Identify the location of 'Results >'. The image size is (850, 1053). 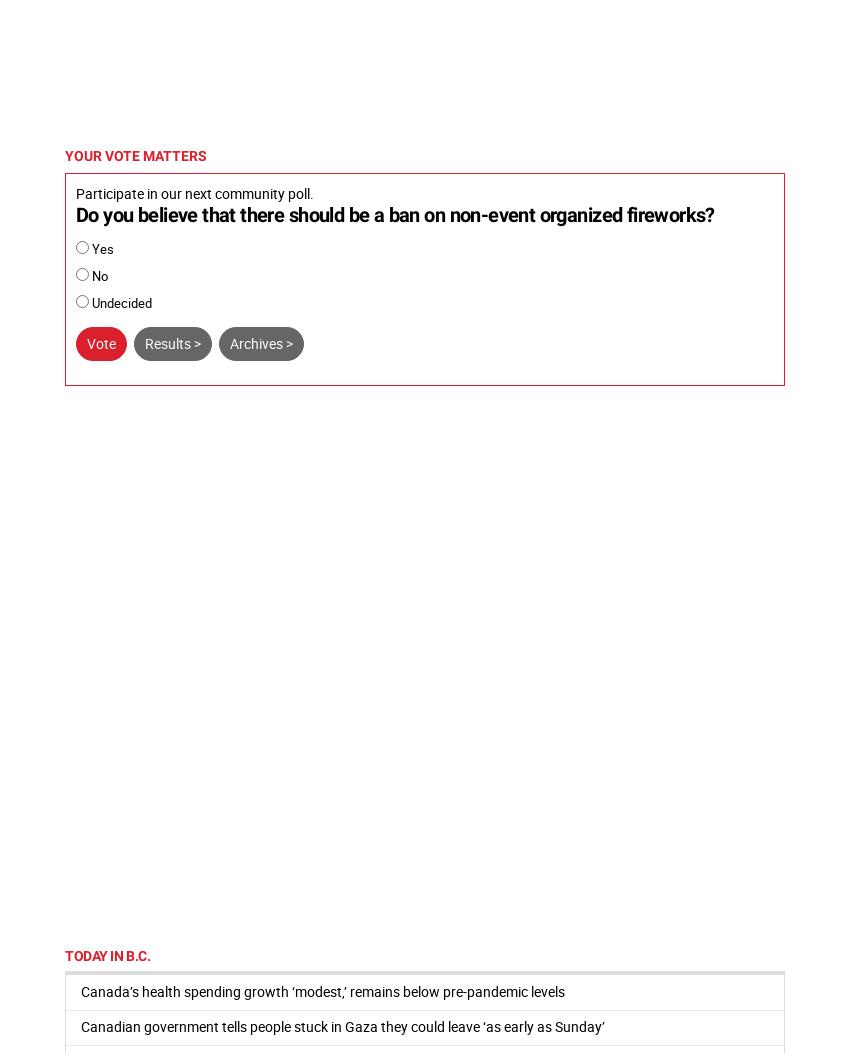
(145, 341).